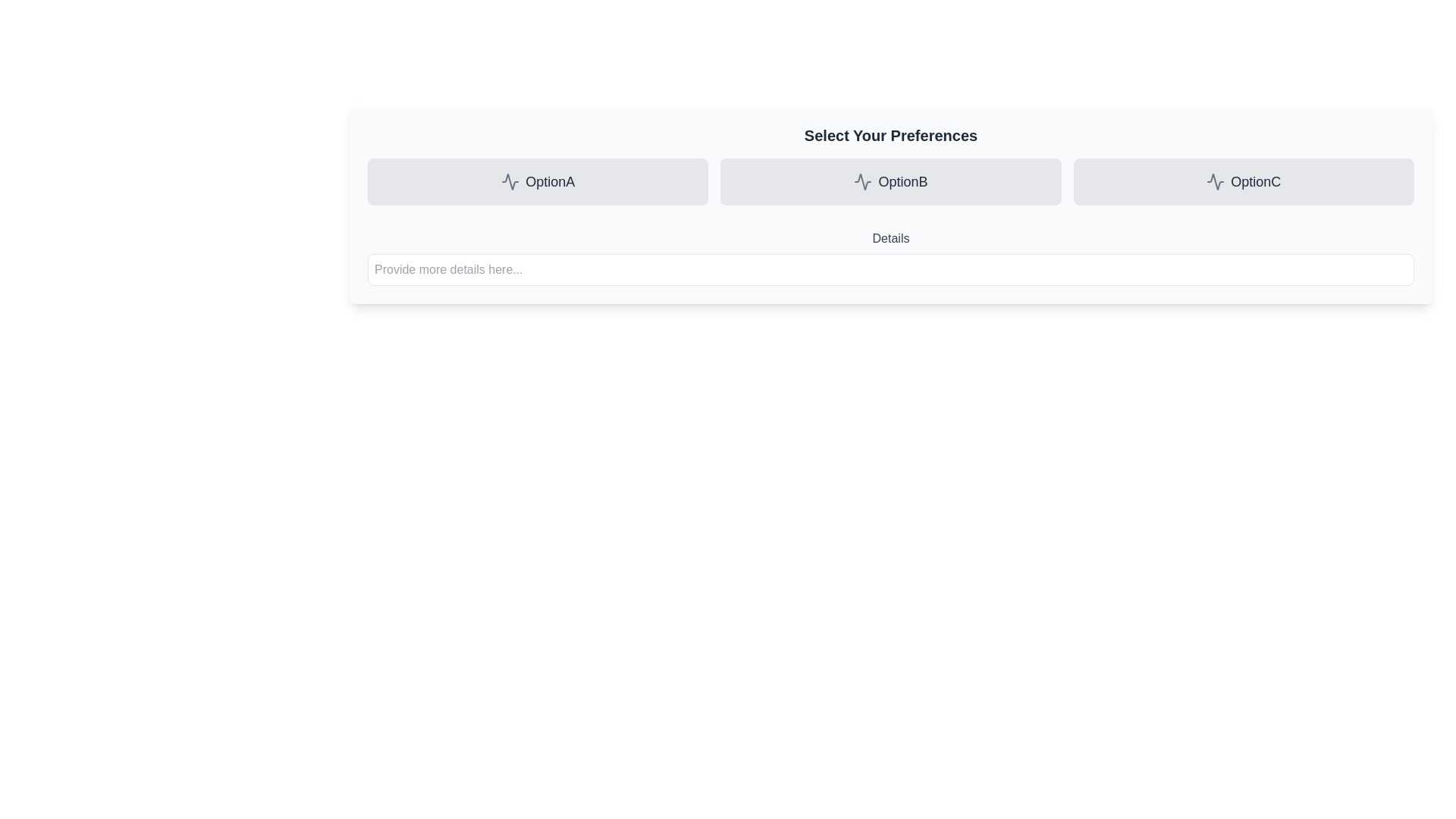 The width and height of the screenshot is (1456, 819). Describe the element at coordinates (891, 180) in the screenshot. I see `the button labeled 'OptionB' which is a light gray rectangular box with rounded corners and contains a waveform icon and bold text` at that location.